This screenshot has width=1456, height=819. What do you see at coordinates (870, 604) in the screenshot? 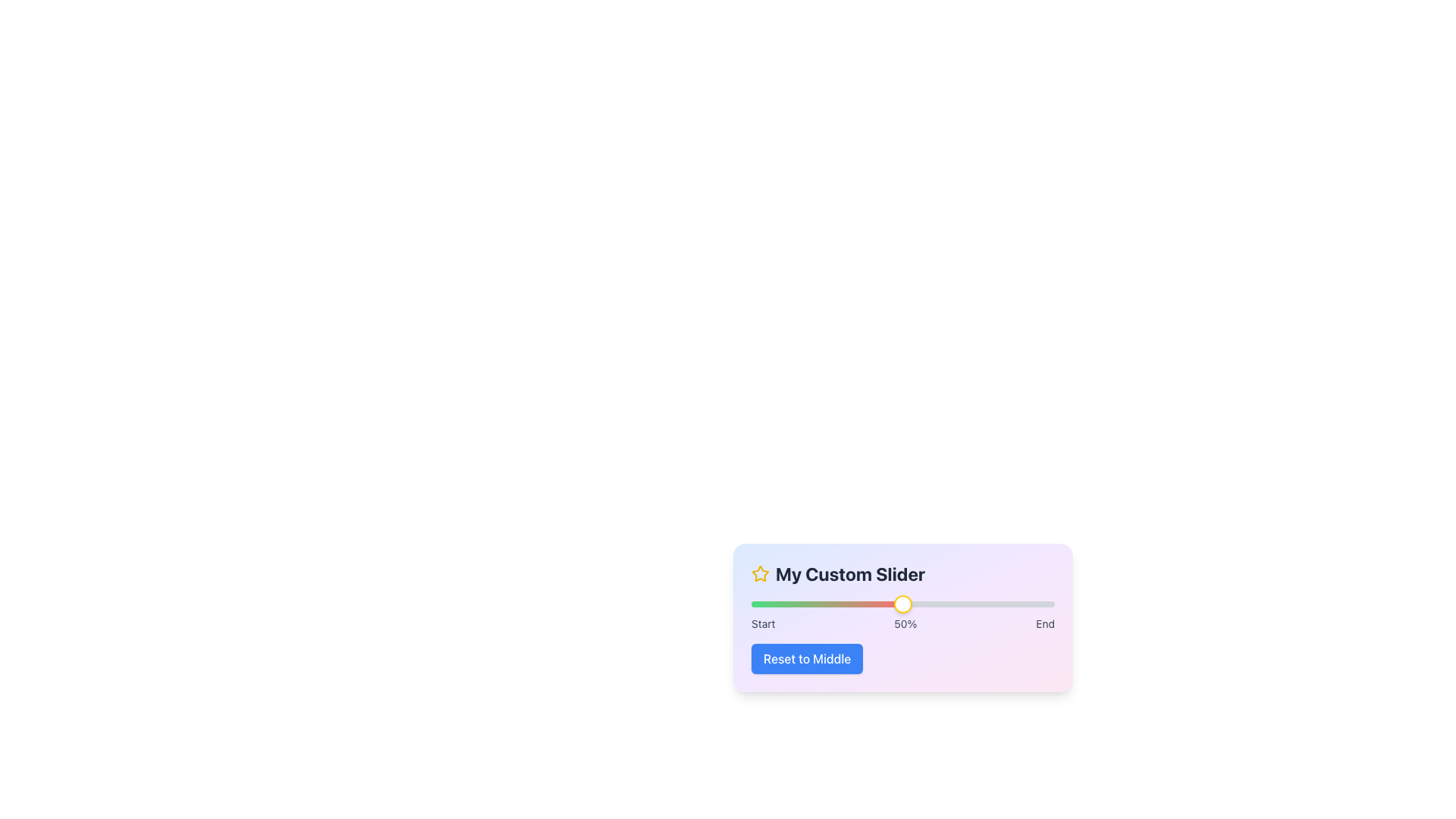
I see `the slider` at bounding box center [870, 604].